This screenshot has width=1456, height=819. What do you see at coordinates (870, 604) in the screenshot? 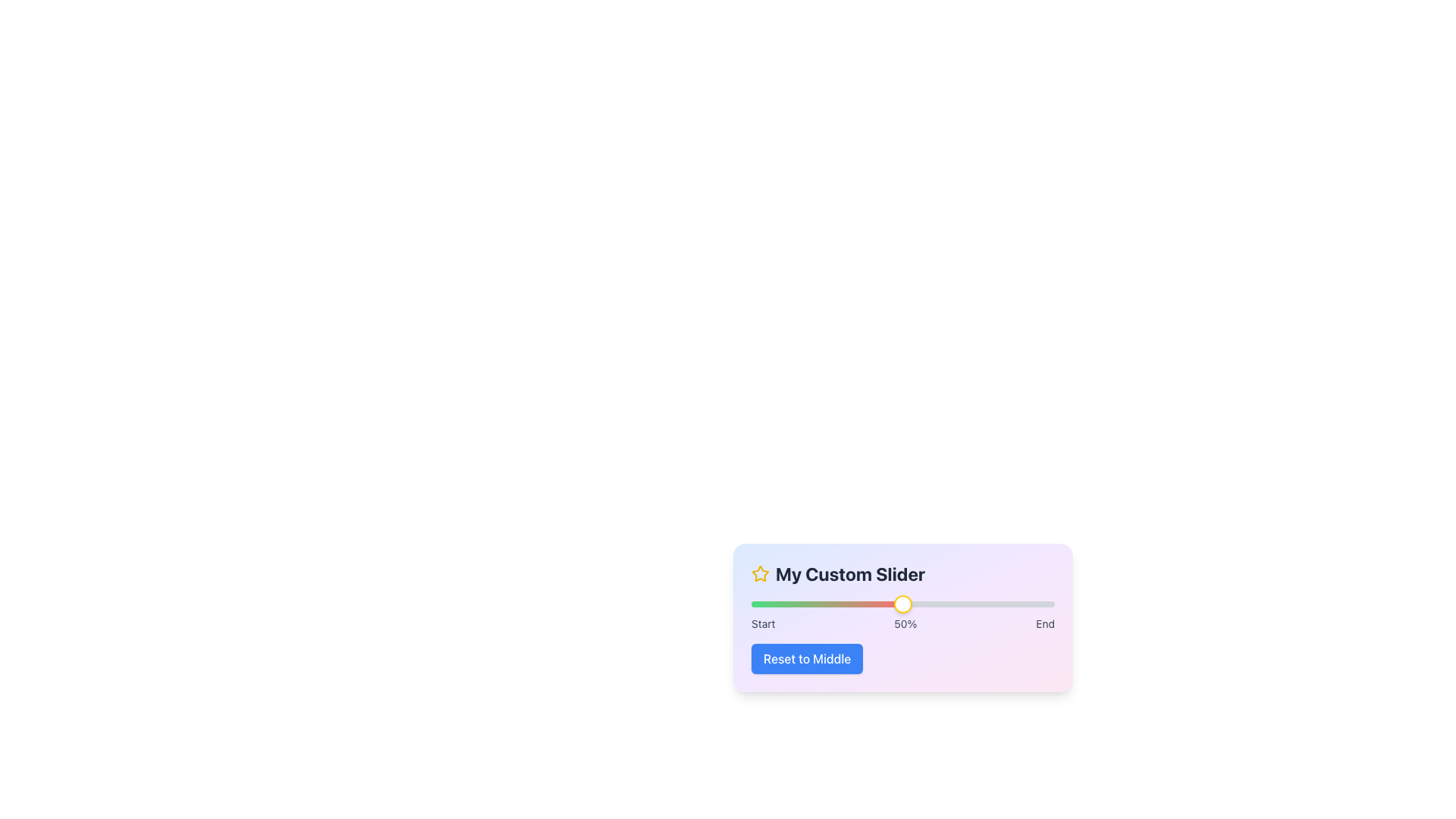
I see `the slider` at bounding box center [870, 604].